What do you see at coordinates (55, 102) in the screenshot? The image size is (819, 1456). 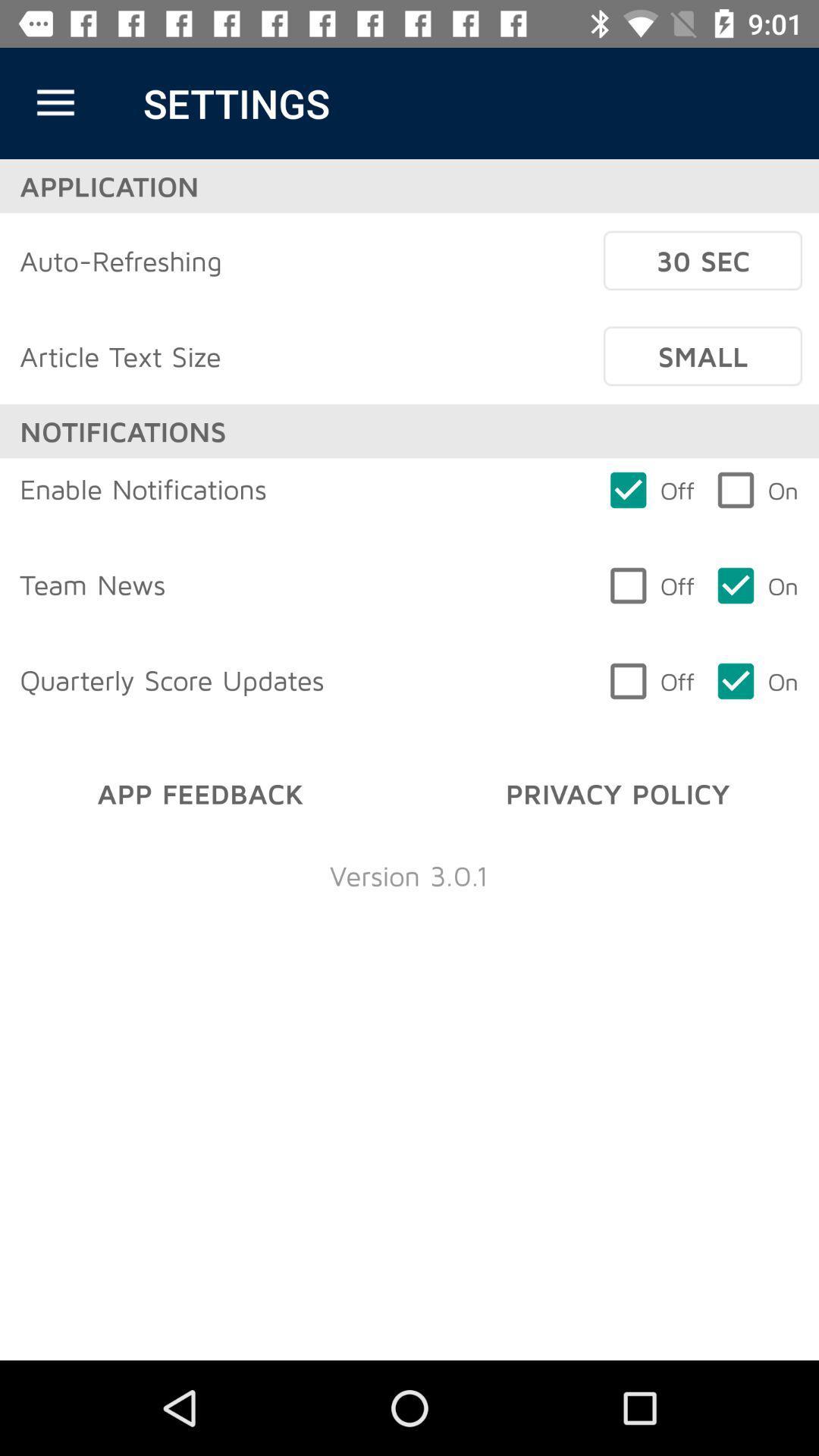 I see `the item to the left of settings` at bounding box center [55, 102].